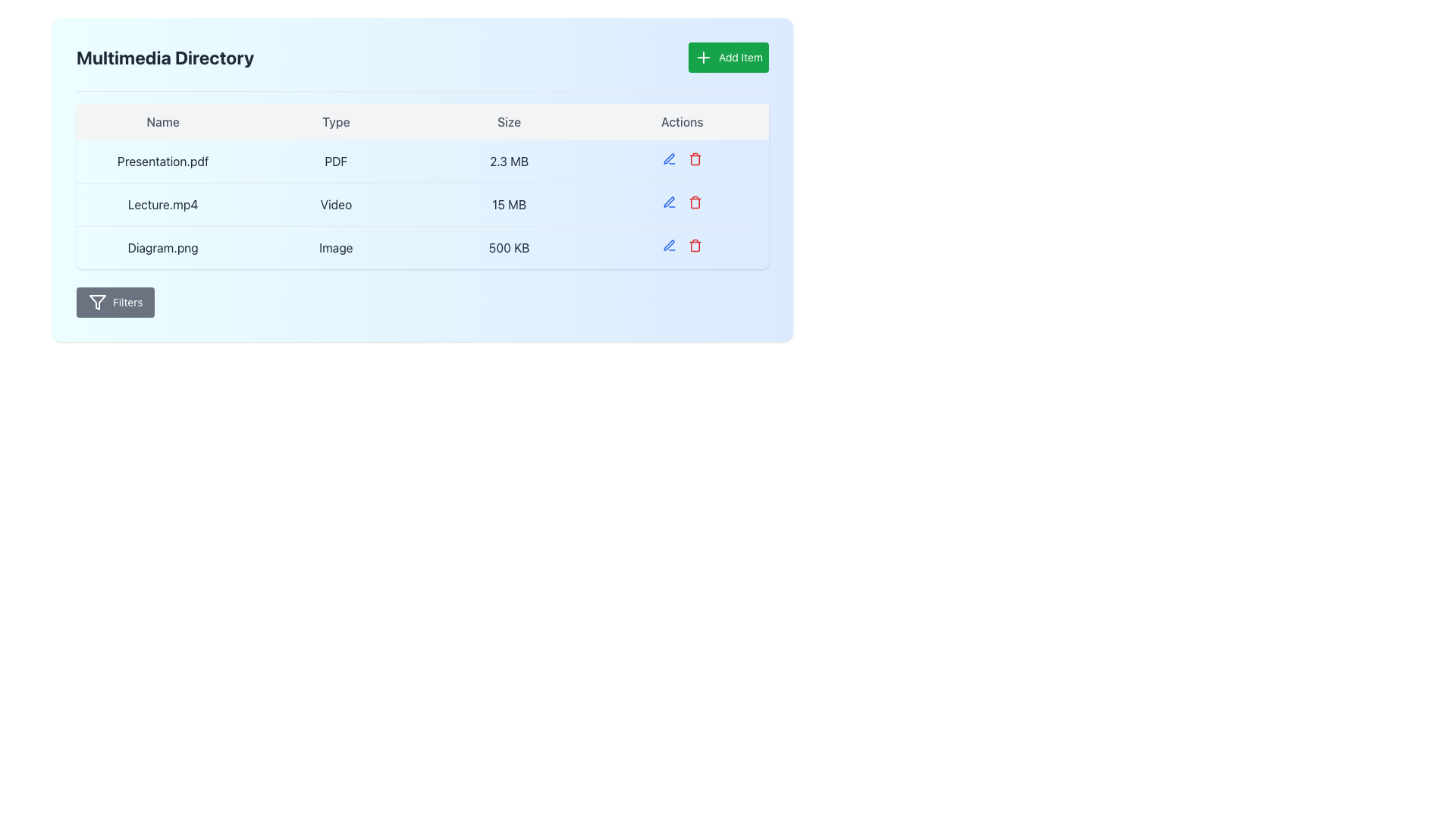  I want to click on the text content of the element displaying '2.3 MB' in the 'Size' column of the table layout, so click(509, 162).